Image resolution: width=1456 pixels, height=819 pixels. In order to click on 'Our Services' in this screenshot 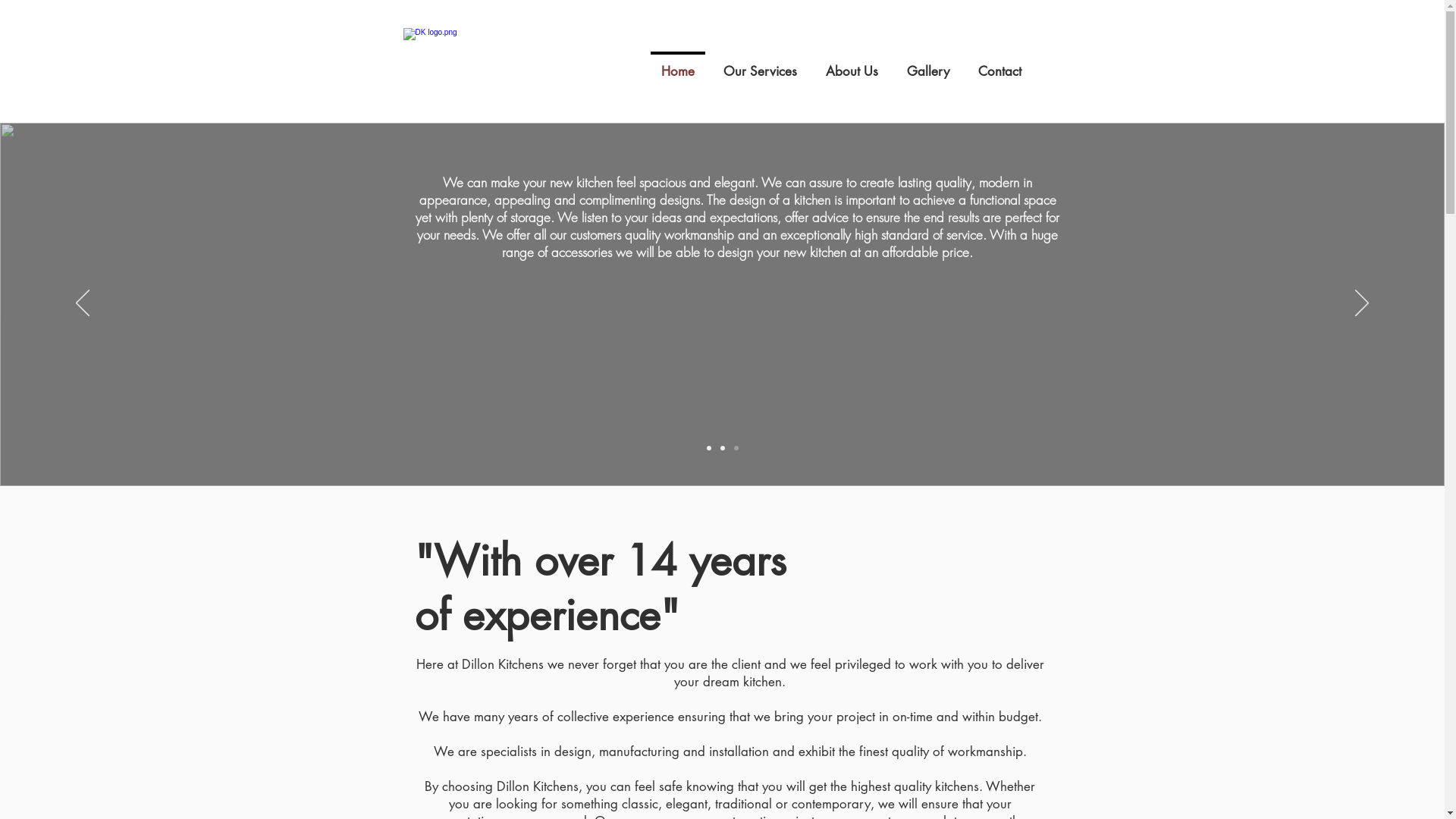, I will do `click(759, 63)`.